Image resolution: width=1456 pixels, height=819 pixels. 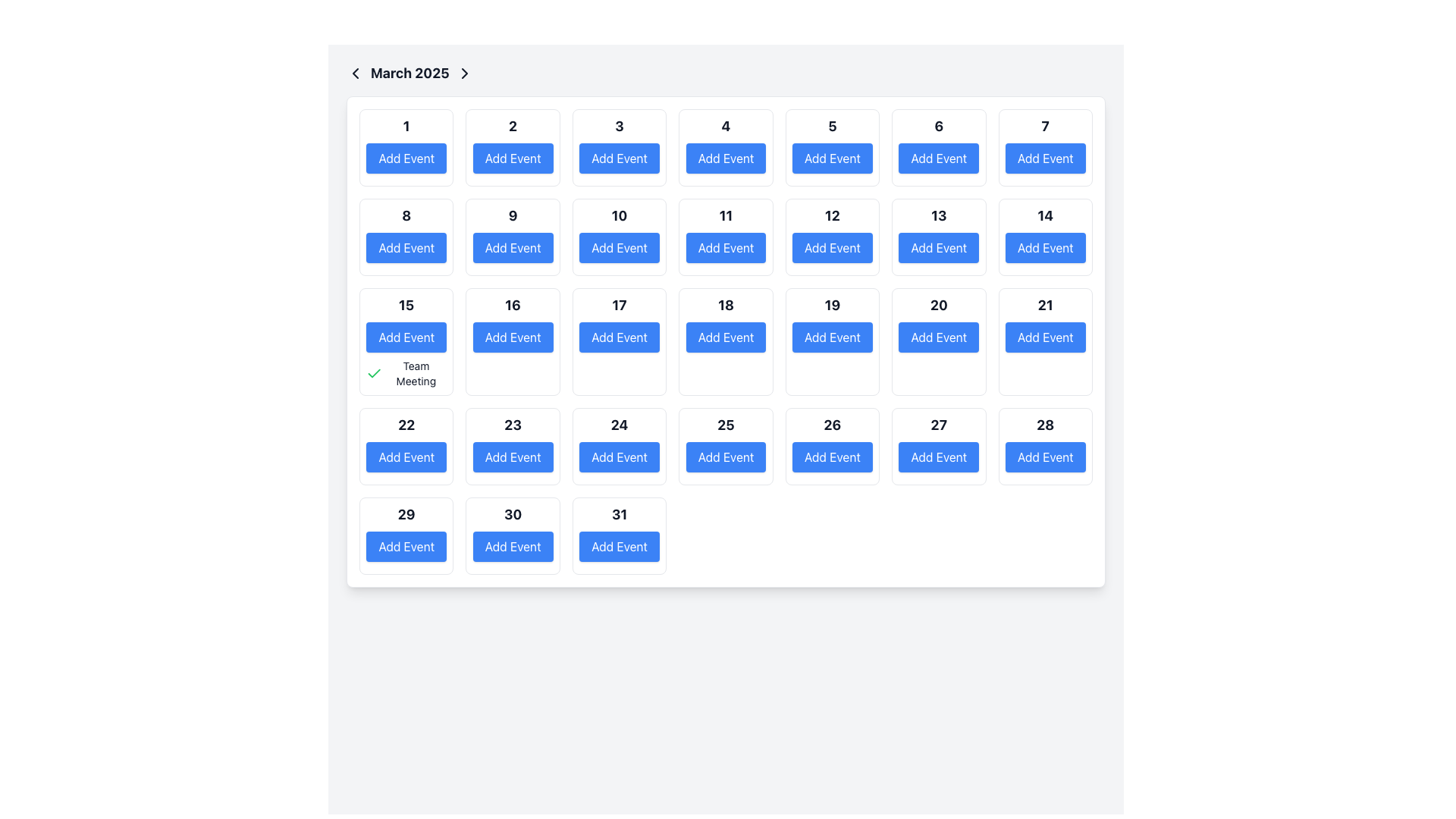 What do you see at coordinates (513, 513) in the screenshot?
I see `the text label representing the date '30' in the calendar, which is centered above the blue 'Add Event' button` at bounding box center [513, 513].